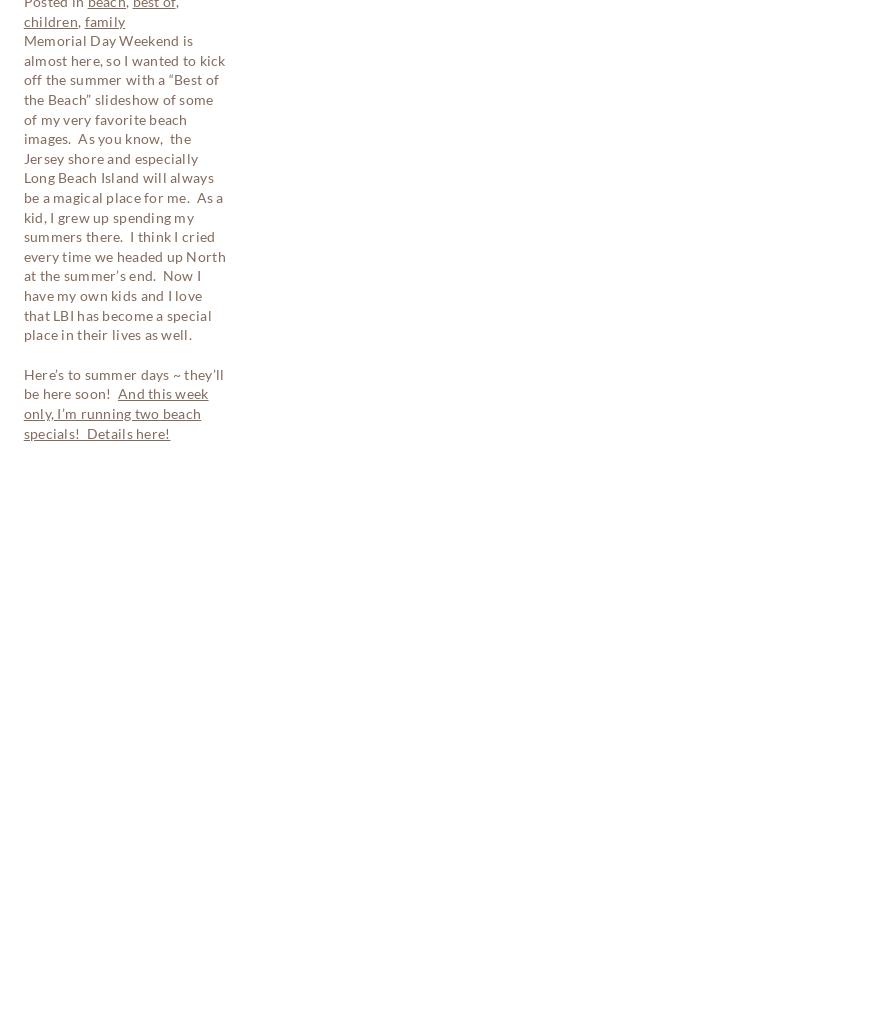 The height and width of the screenshot is (1018, 888). What do you see at coordinates (122, 768) in the screenshot?
I see `'Get a FREE On-Location Newborn Session'` at bounding box center [122, 768].